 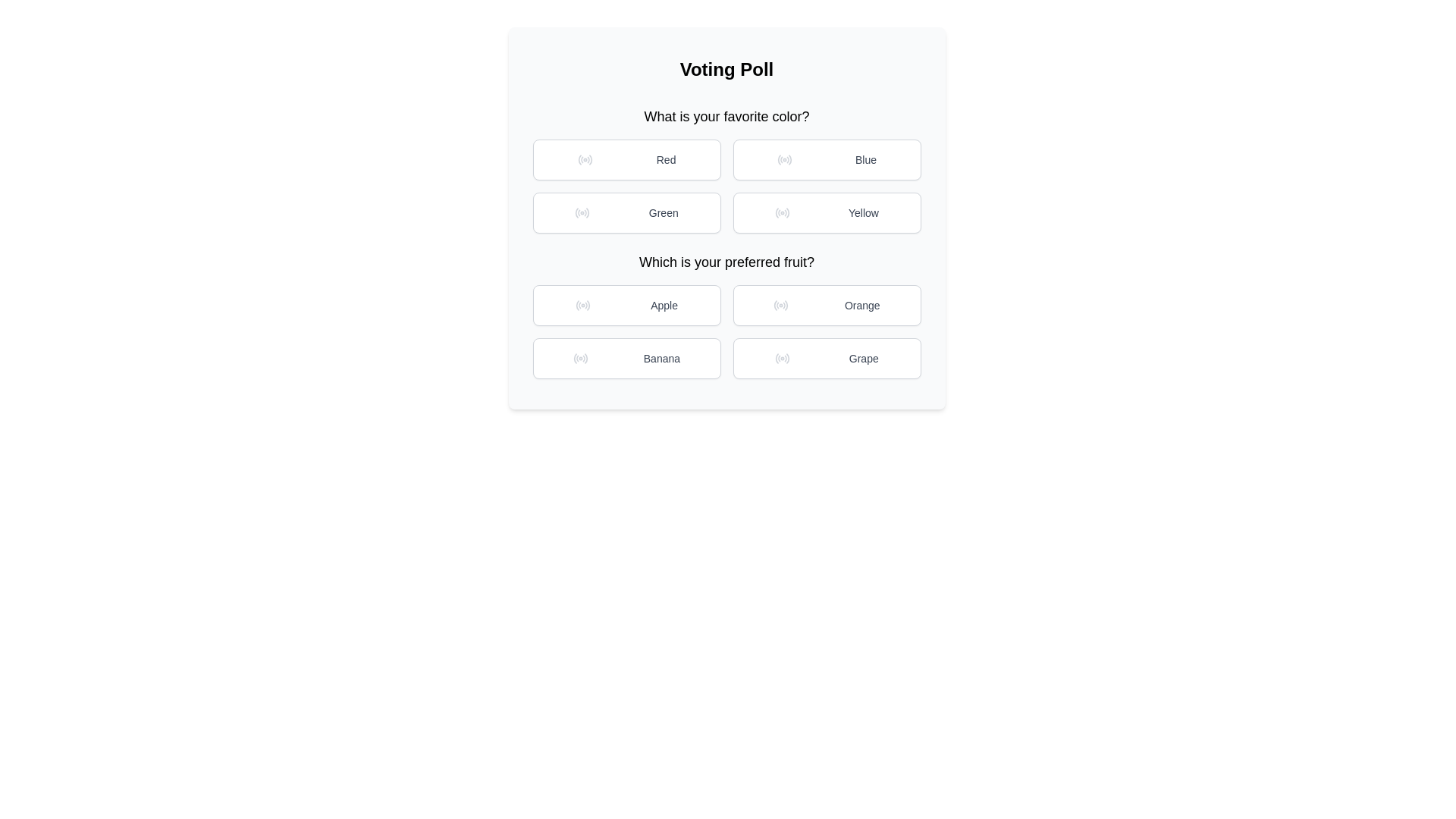 What do you see at coordinates (863, 213) in the screenshot?
I see `the text label on the button representing the last selectable option in the 'What is your favorite color?' section` at bounding box center [863, 213].